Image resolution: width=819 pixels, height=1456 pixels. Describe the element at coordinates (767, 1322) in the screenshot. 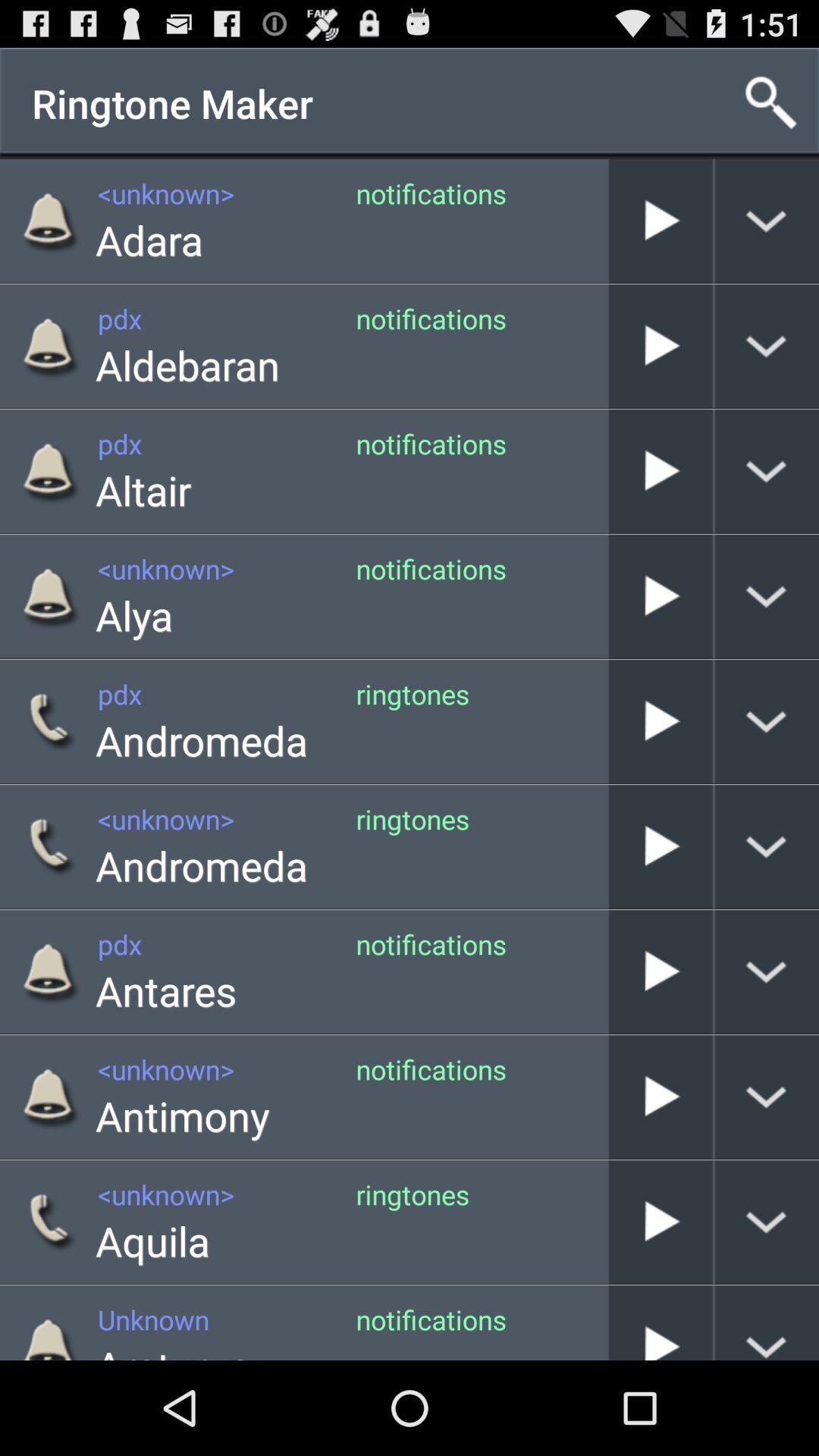

I see `more information and options` at that location.